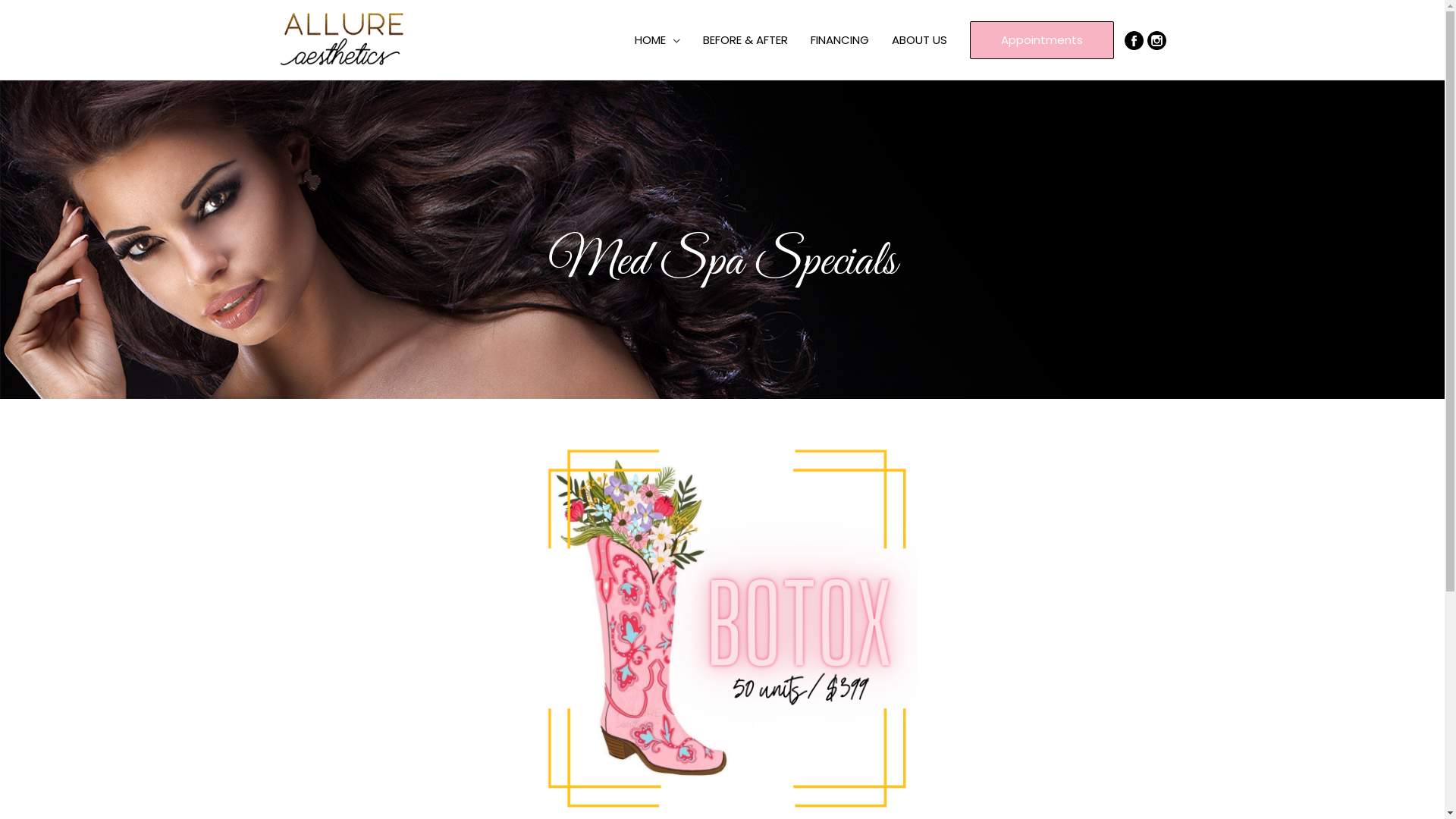 This screenshot has height=819, width=1456. I want to click on 'BEFORE & AFTER', so click(745, 39).